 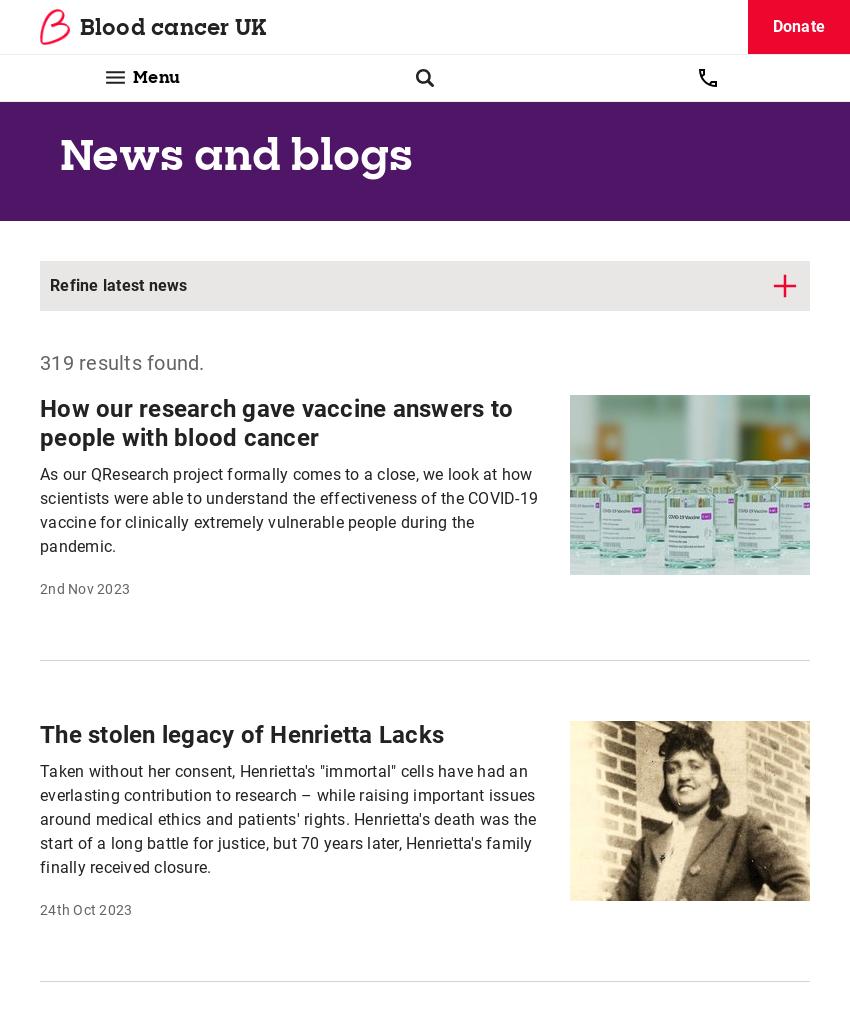 I want to click on 'Yorkshire Farmhouse raises £1.95 million money for vital blood cancer research!', so click(x=268, y=93).